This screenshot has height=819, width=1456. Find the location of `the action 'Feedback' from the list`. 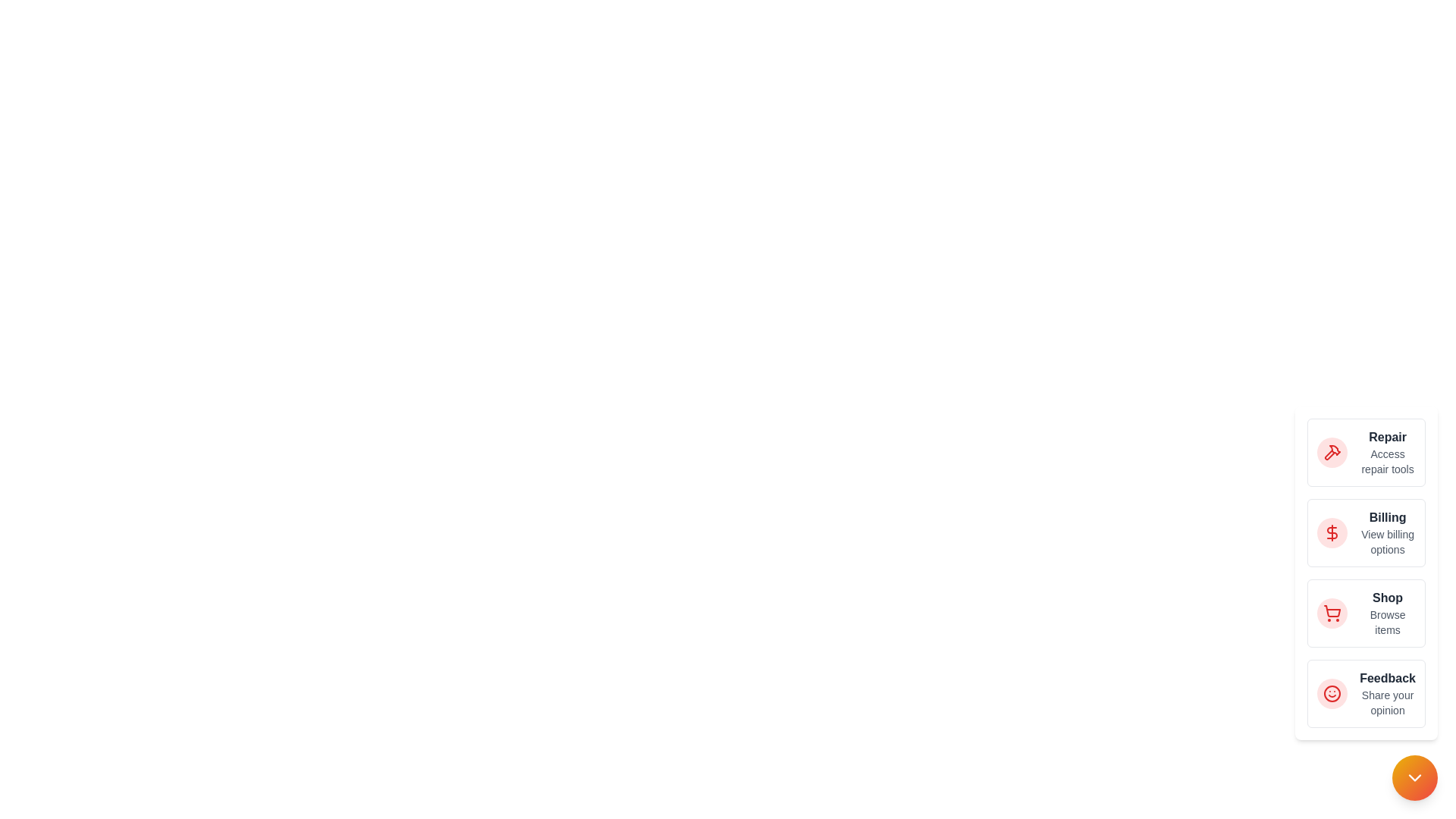

the action 'Feedback' from the list is located at coordinates (1366, 693).